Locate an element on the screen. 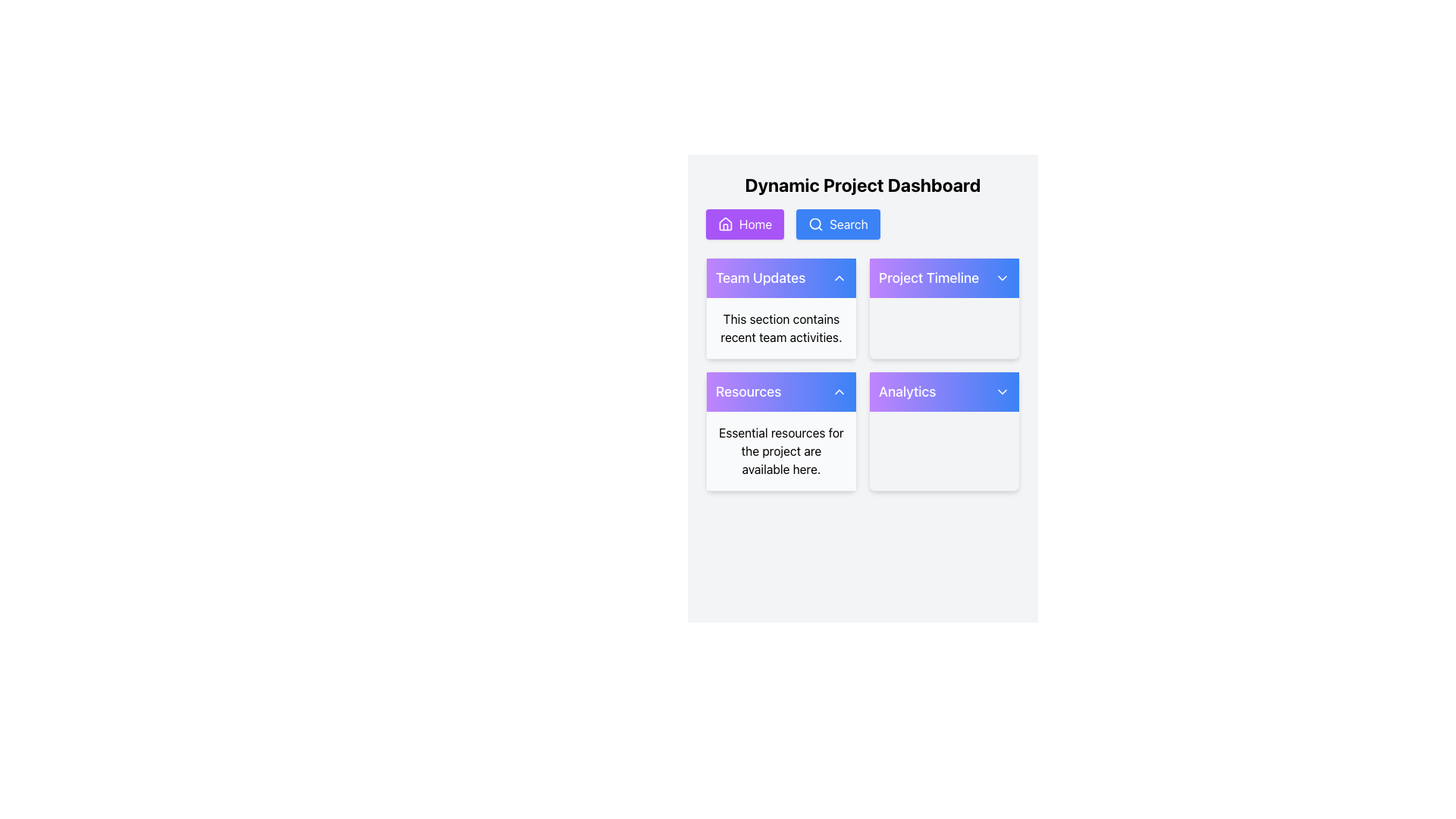  the circular magnifying glass icon located within the blue button labeled 'Search', which is the second button from the left in the navigation bar is located at coordinates (815, 224).